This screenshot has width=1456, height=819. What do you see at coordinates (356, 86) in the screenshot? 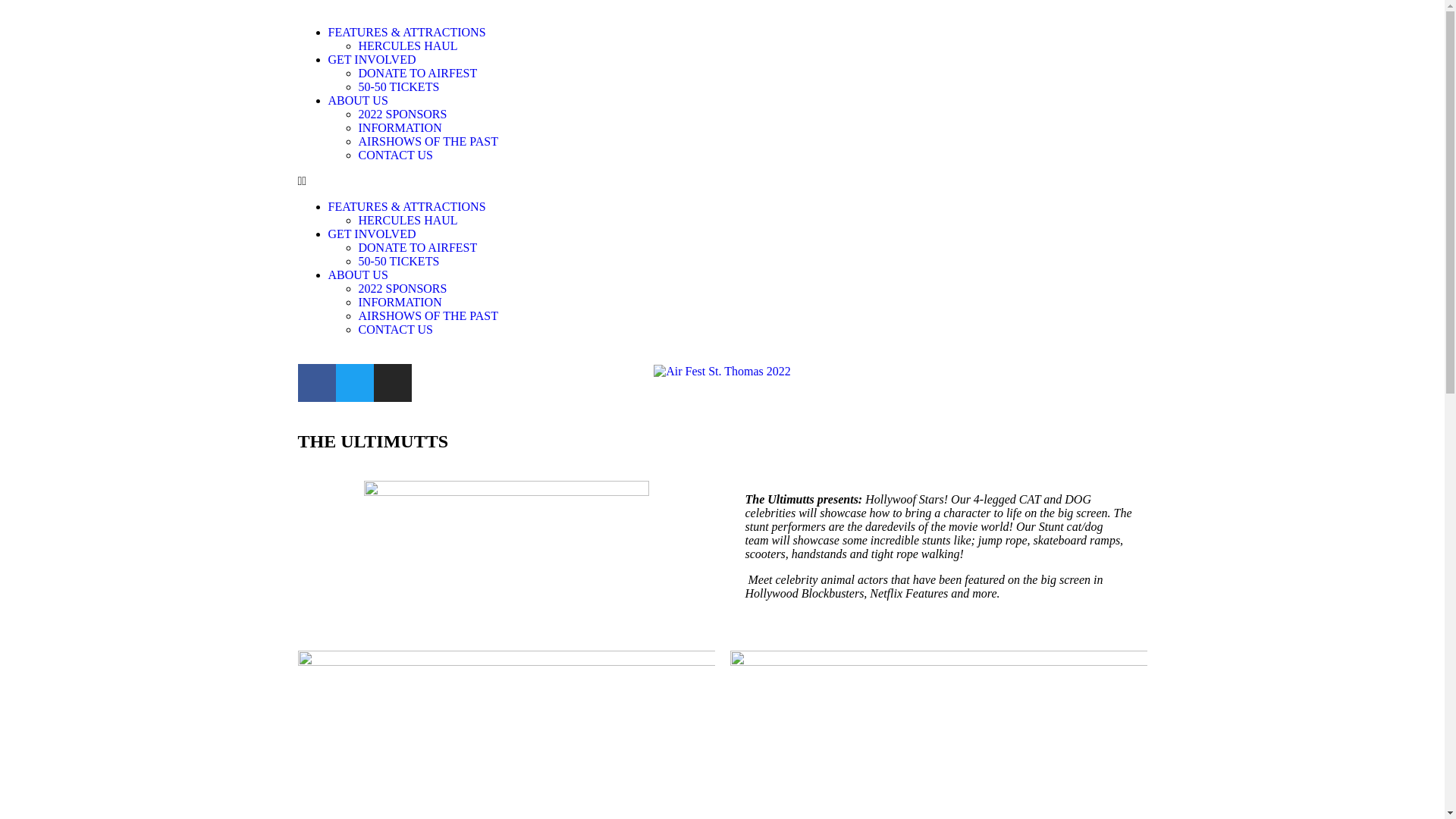
I see `'50-50 TICKETS'` at bounding box center [356, 86].